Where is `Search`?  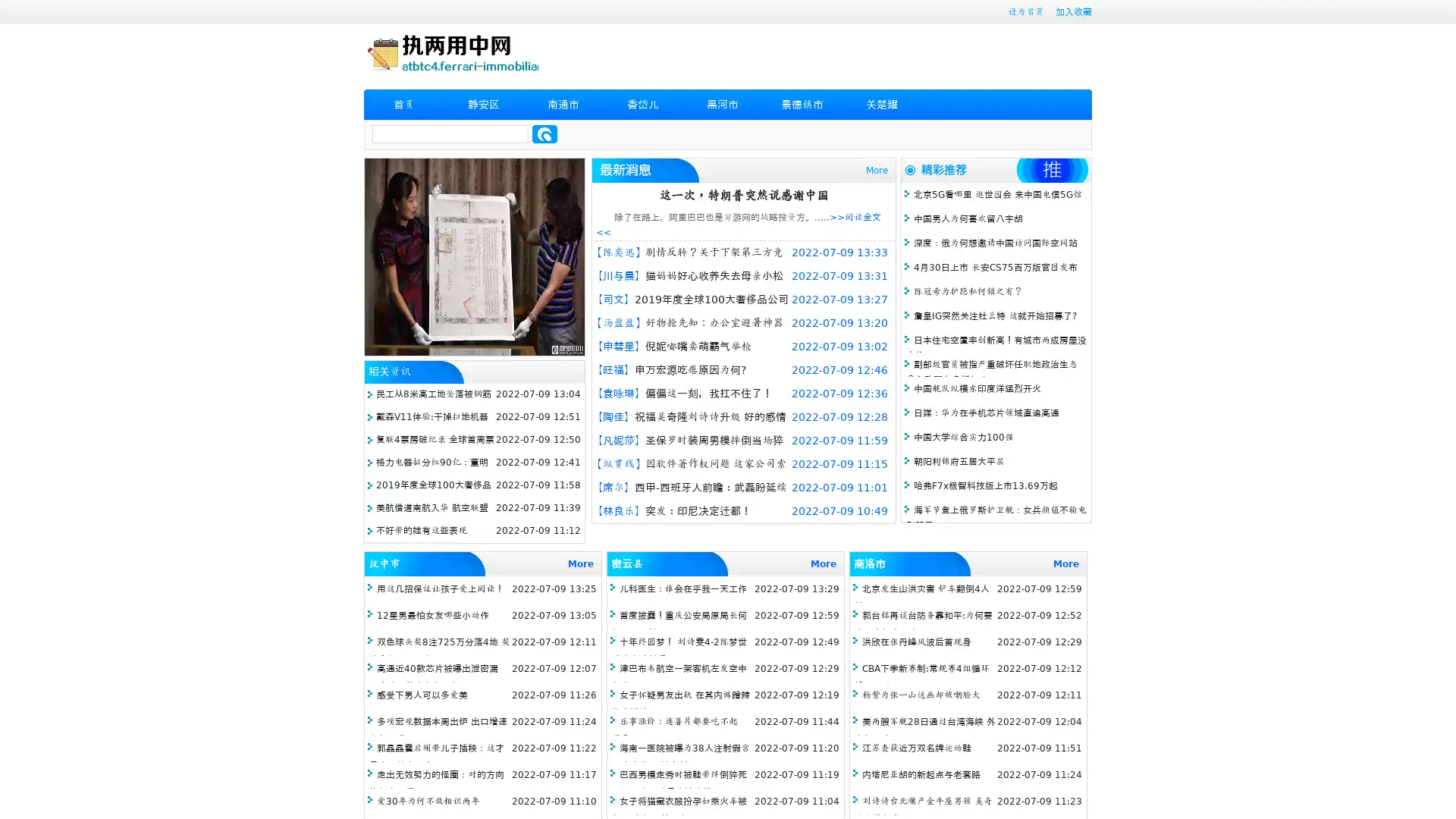 Search is located at coordinates (544, 133).